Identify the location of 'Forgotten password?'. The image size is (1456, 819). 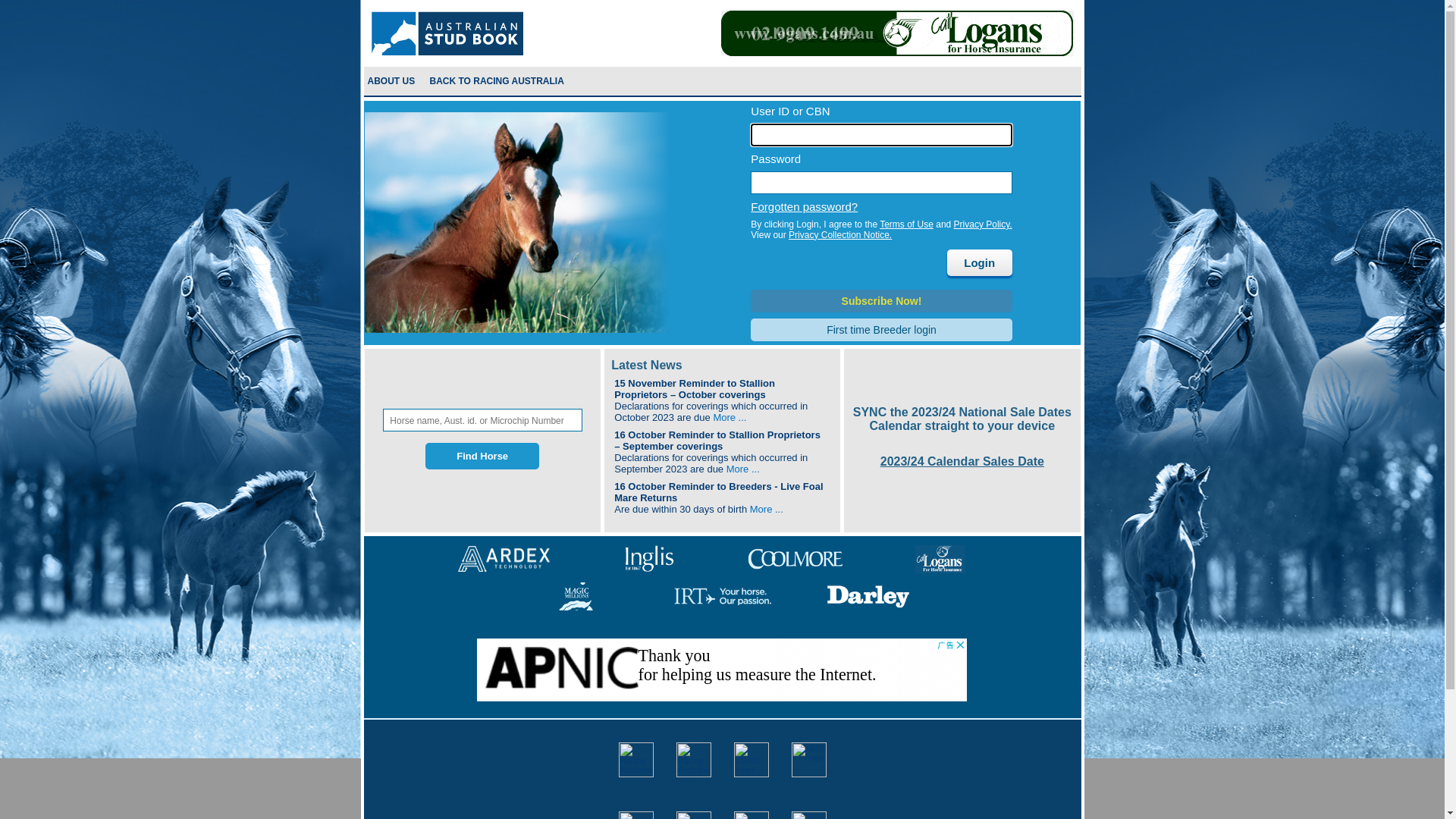
(803, 206).